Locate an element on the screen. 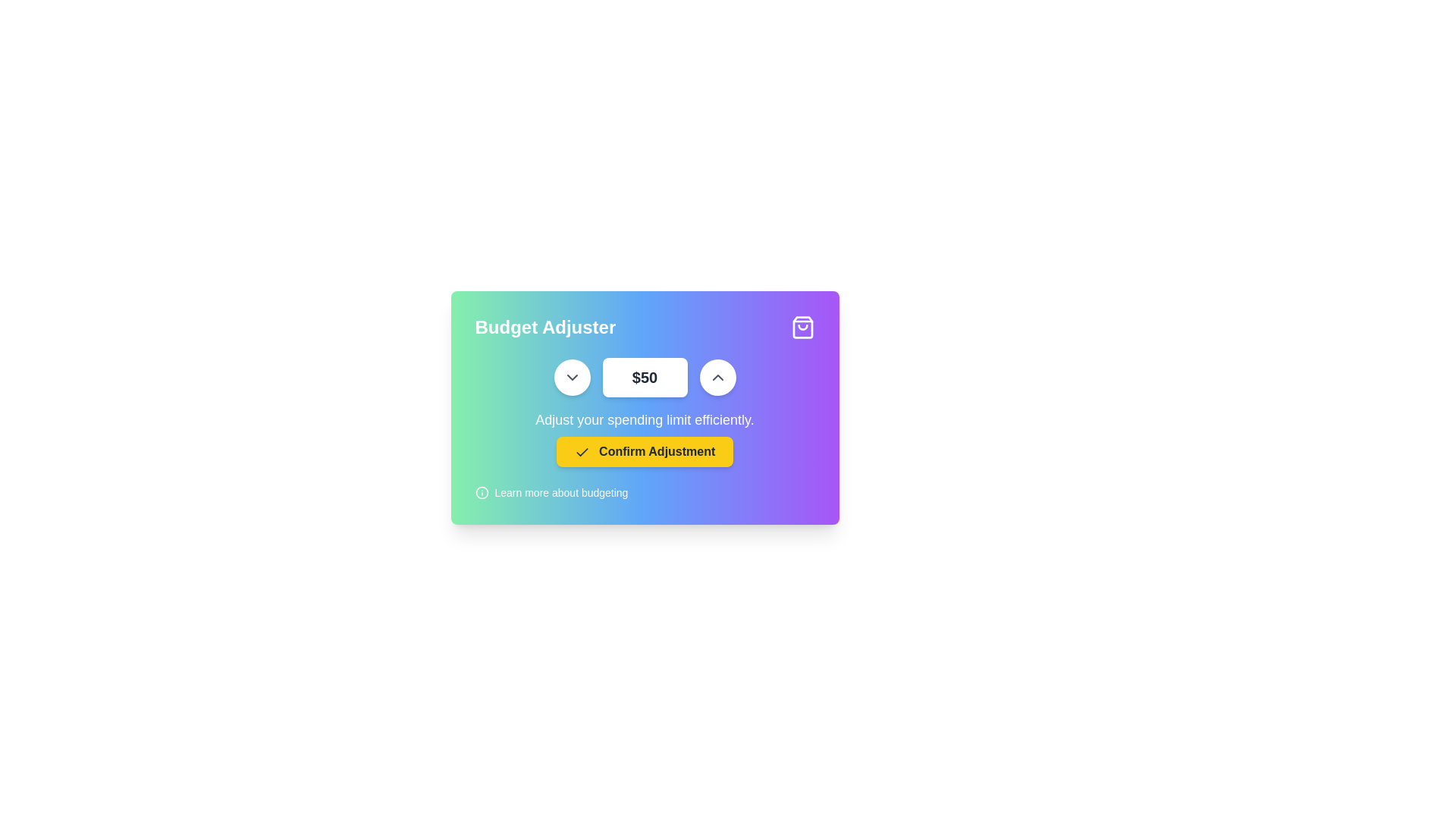 The height and width of the screenshot is (819, 1456). the 'Learn more about budgeting' hyperlink, which is styled with small white text and an accompanying circular 'info' icon, located at the bottom of the 'Budget Adjuster' card interface is located at coordinates (551, 493).